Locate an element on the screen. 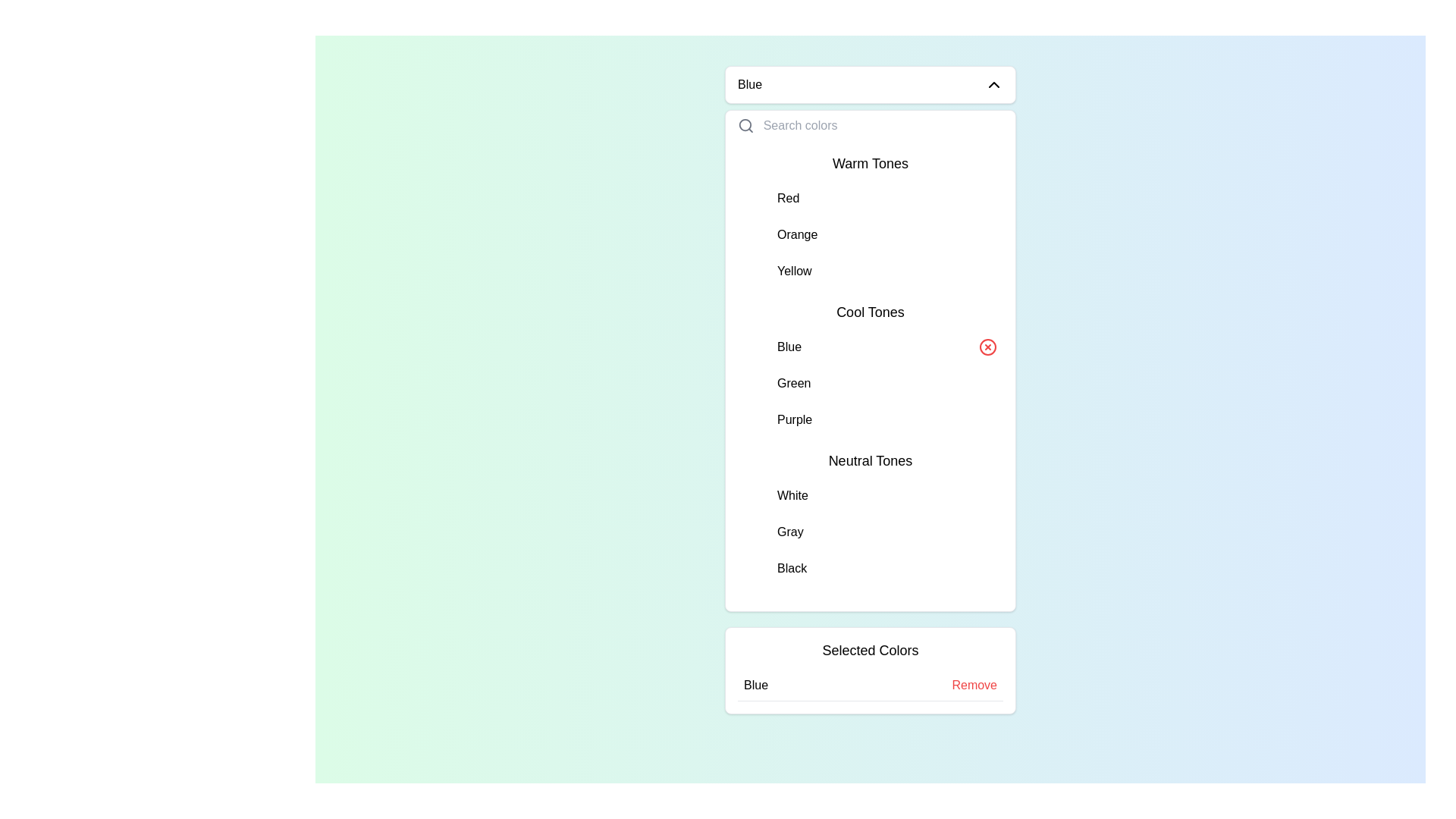  the 'Orange' option in the button-like list item component located under 'Warm Tones' is located at coordinates (870, 234).